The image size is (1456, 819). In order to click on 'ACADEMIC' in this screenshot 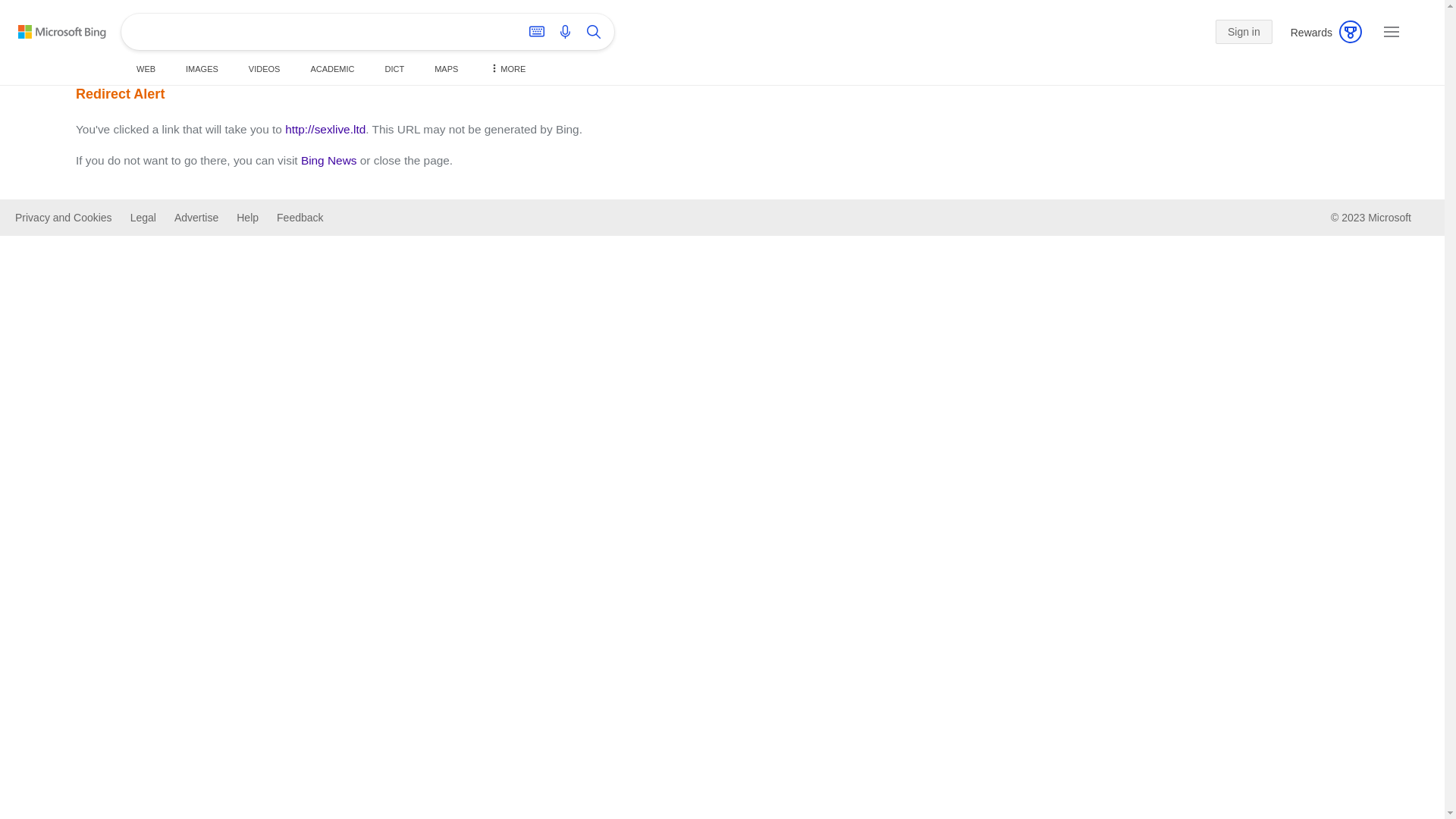, I will do `click(303, 69)`.